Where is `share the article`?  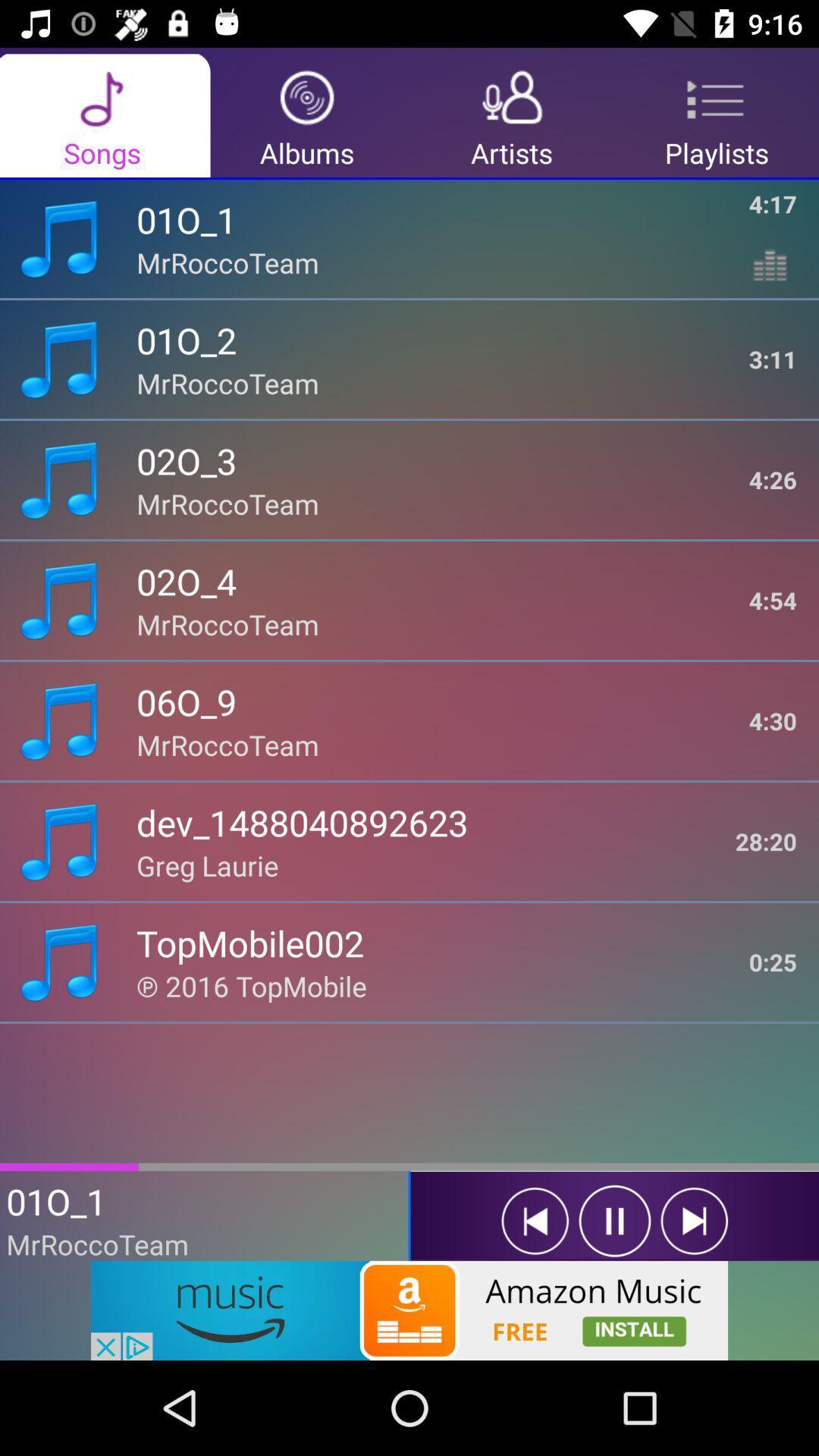 share the article is located at coordinates (409, 1310).